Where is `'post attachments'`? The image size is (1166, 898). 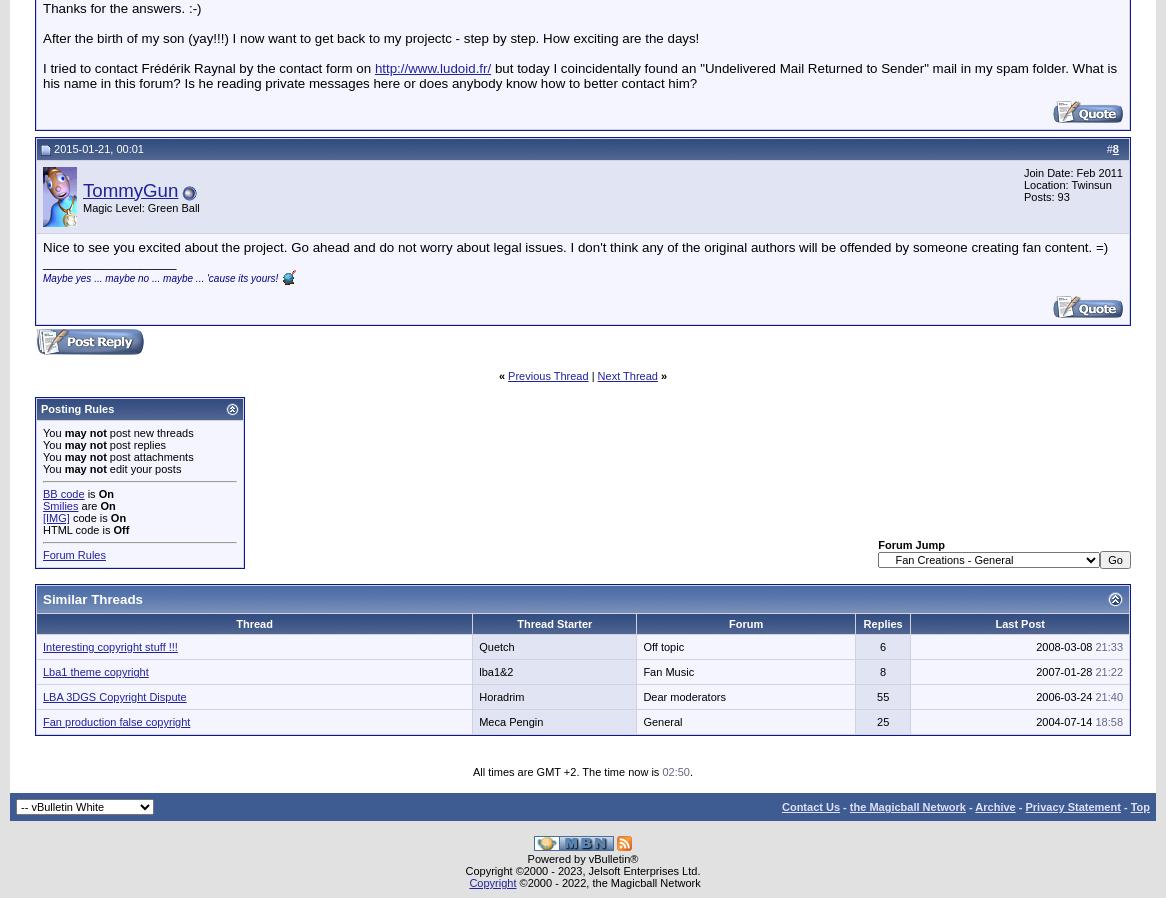
'post attachments' is located at coordinates (149, 455).